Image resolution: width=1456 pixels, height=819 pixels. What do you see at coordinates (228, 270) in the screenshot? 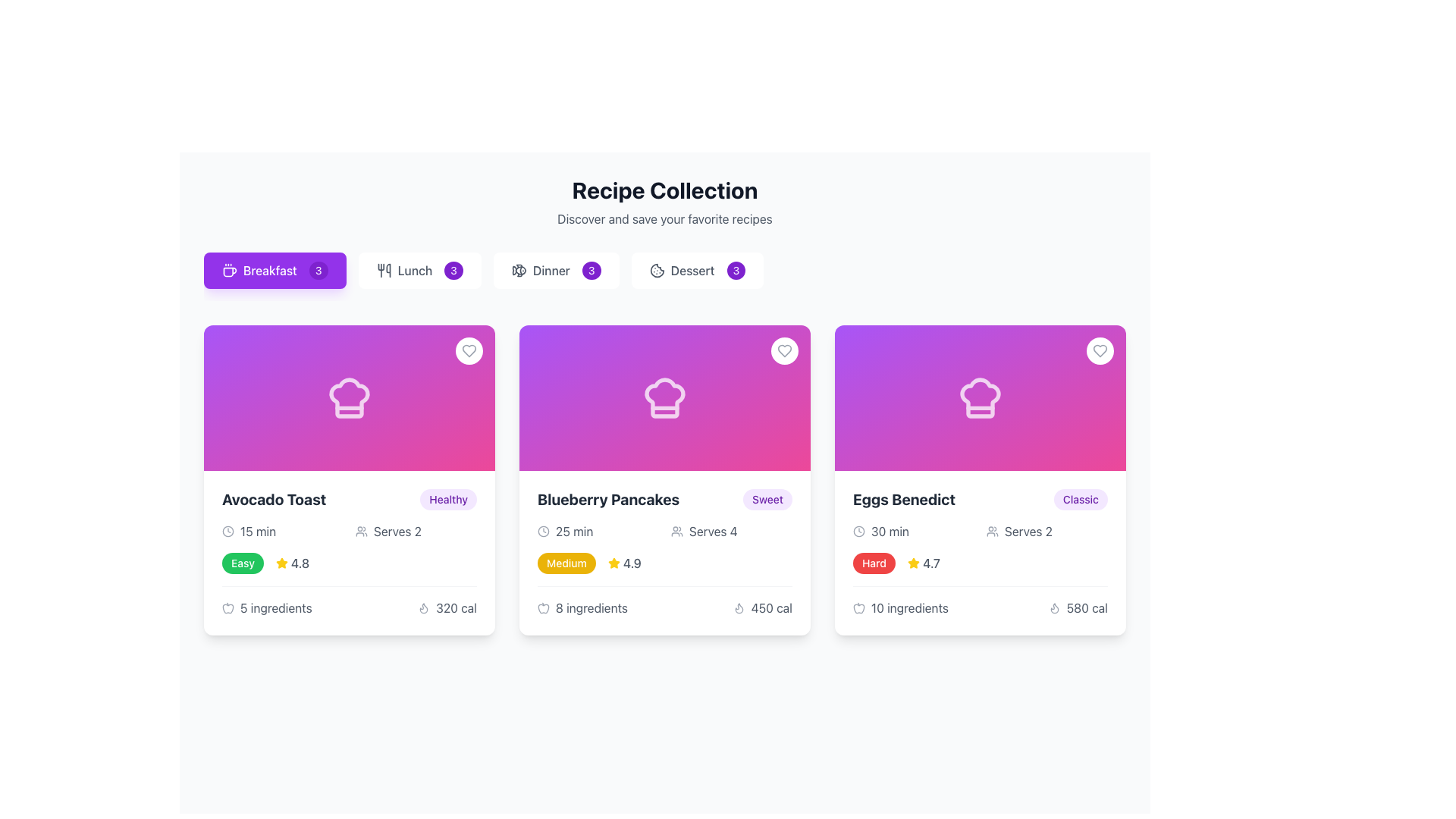
I see `the coffee cup icon located inside the rectangular purple button tagged 'Breakfast 3', which features a minimalistic line-art illustration with steam lines, positioned at the upper left of the interface` at bounding box center [228, 270].